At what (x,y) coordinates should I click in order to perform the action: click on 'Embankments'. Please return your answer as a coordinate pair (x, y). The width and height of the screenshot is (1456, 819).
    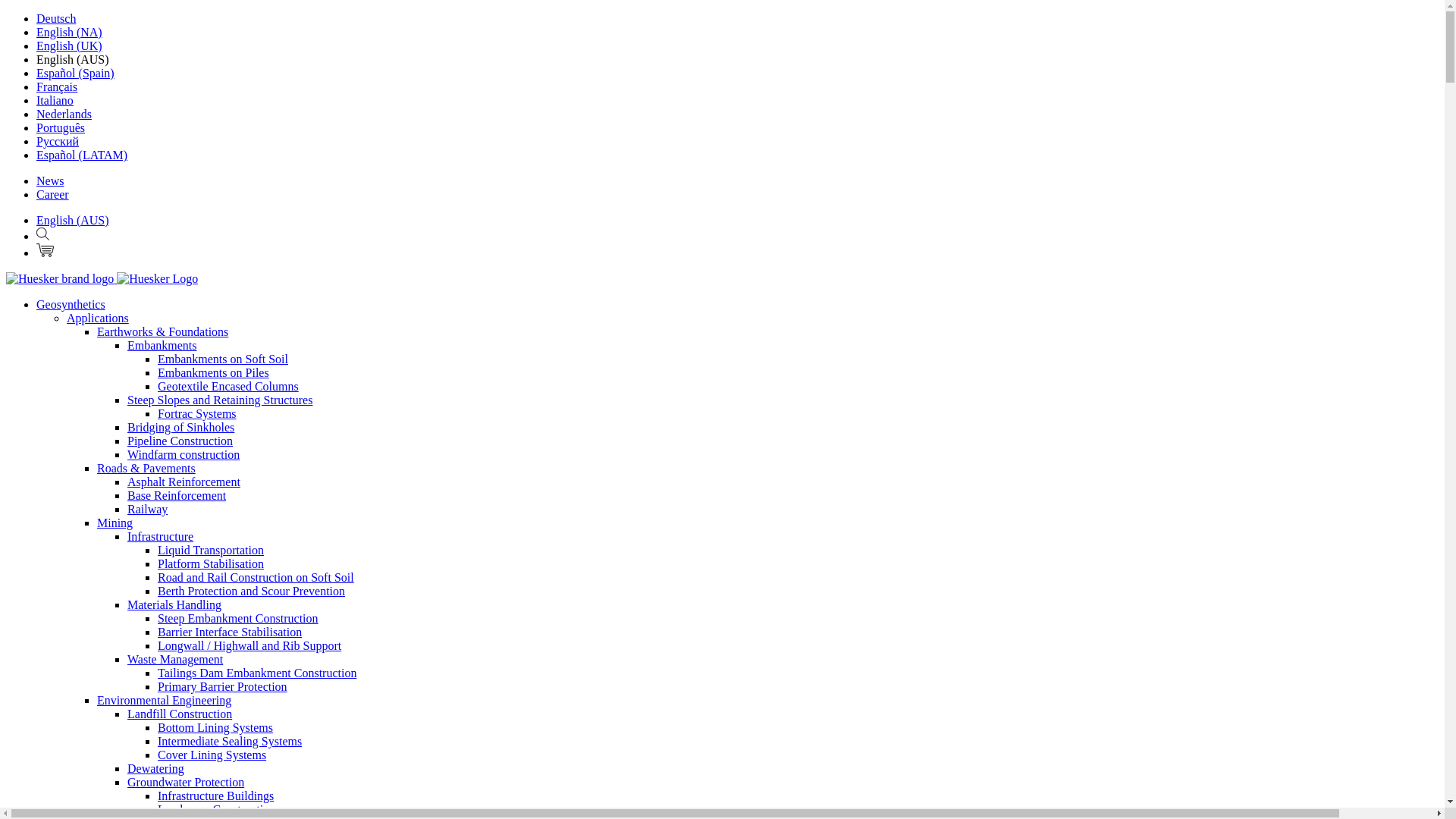
    Looking at the image, I should click on (162, 345).